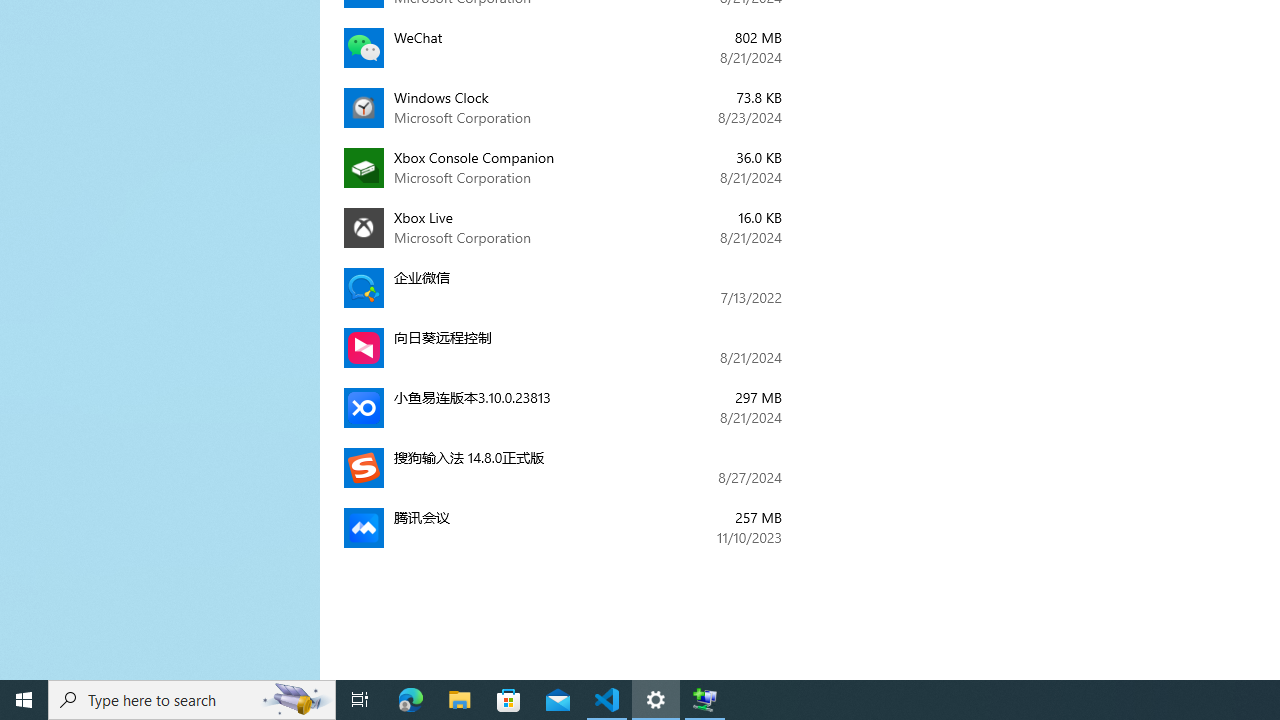 The image size is (1280, 720). What do you see at coordinates (459, 698) in the screenshot?
I see `'File Explorer'` at bounding box center [459, 698].